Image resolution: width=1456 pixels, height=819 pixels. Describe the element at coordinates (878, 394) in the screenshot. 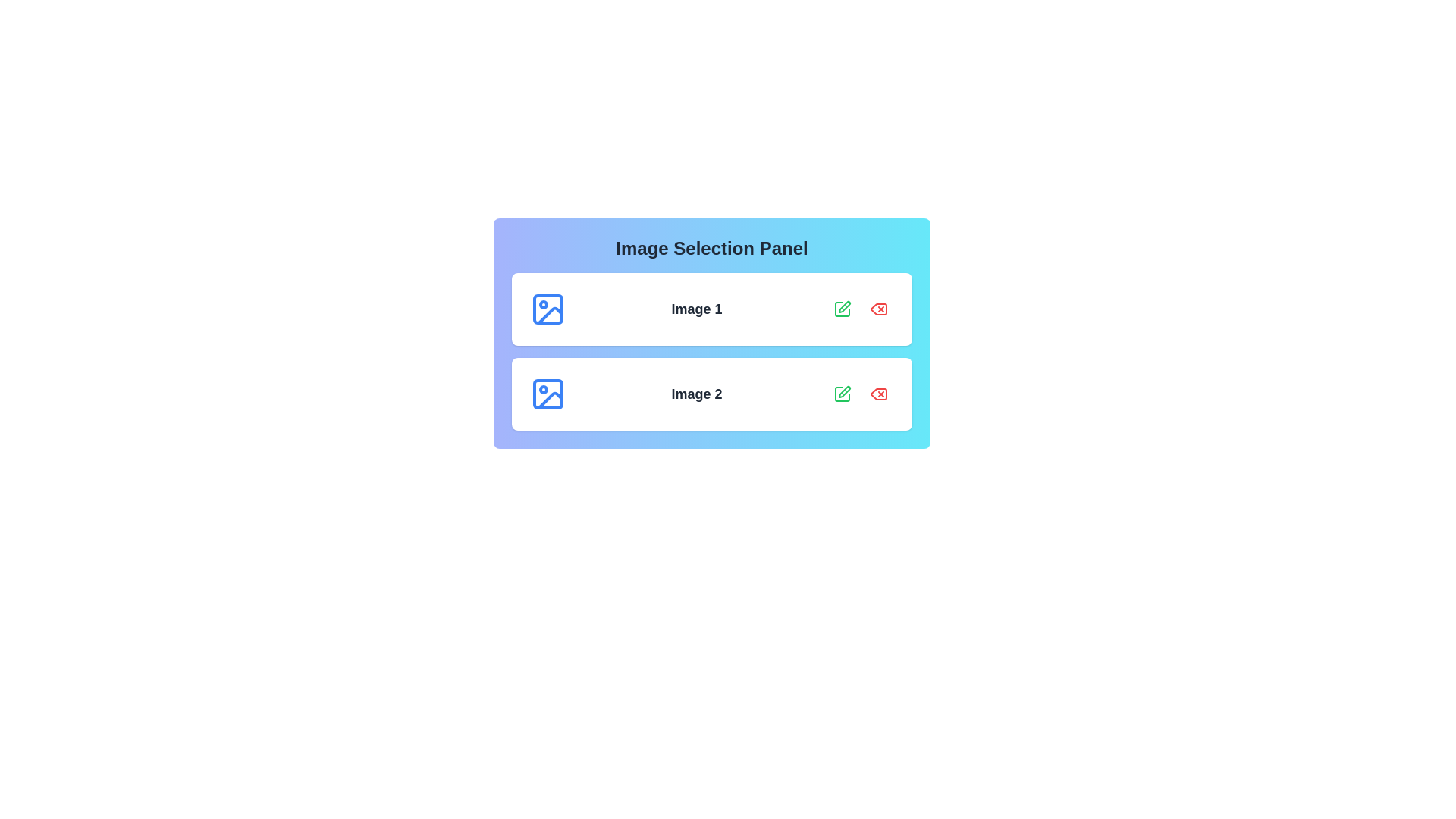

I see `the red trash can icon in the second row of the 'Image Selection Panel'` at that location.